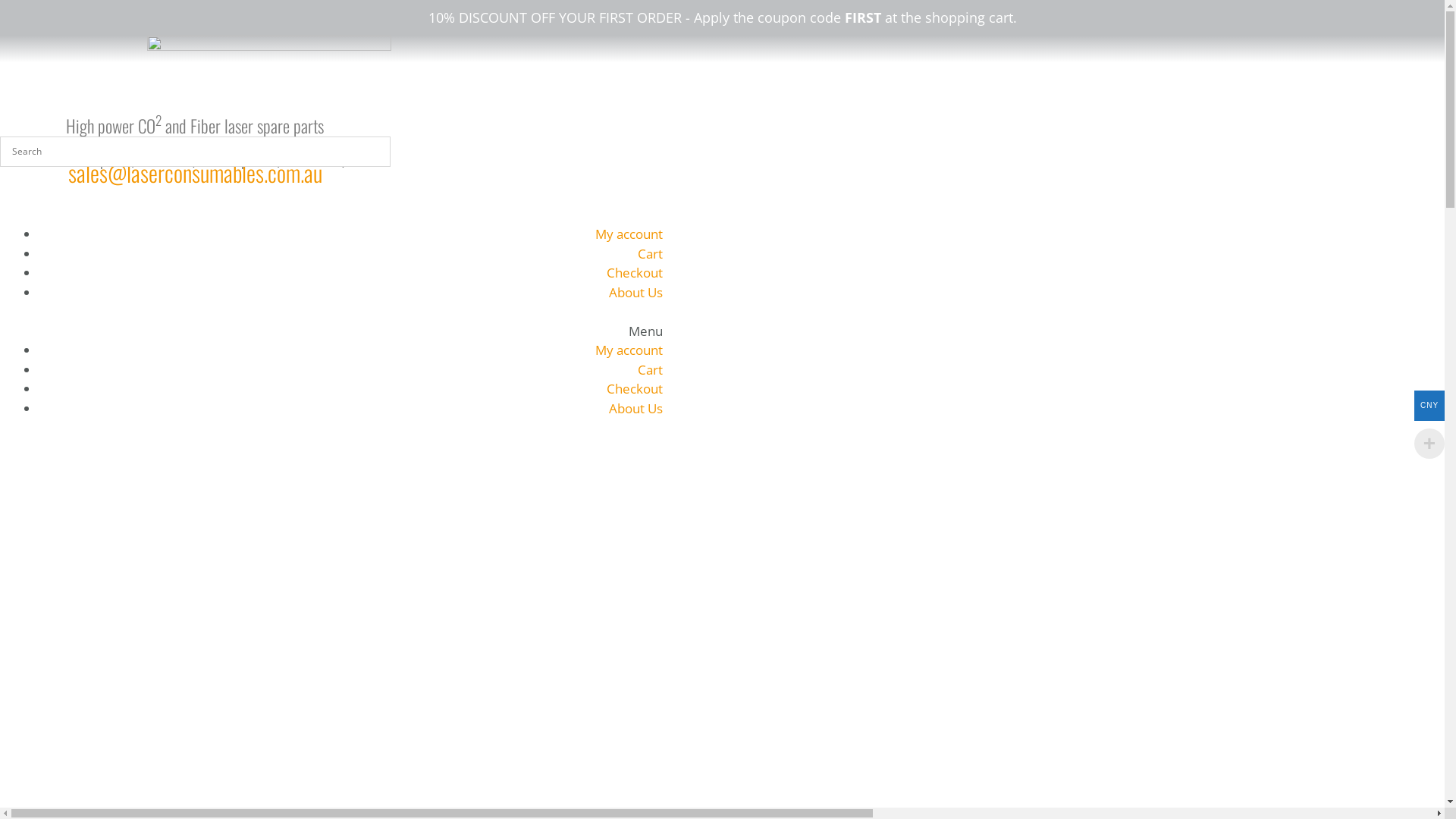 This screenshot has height=819, width=1456. Describe the element at coordinates (194, 171) in the screenshot. I see `'sales@laserconsumables.com.au'` at that location.